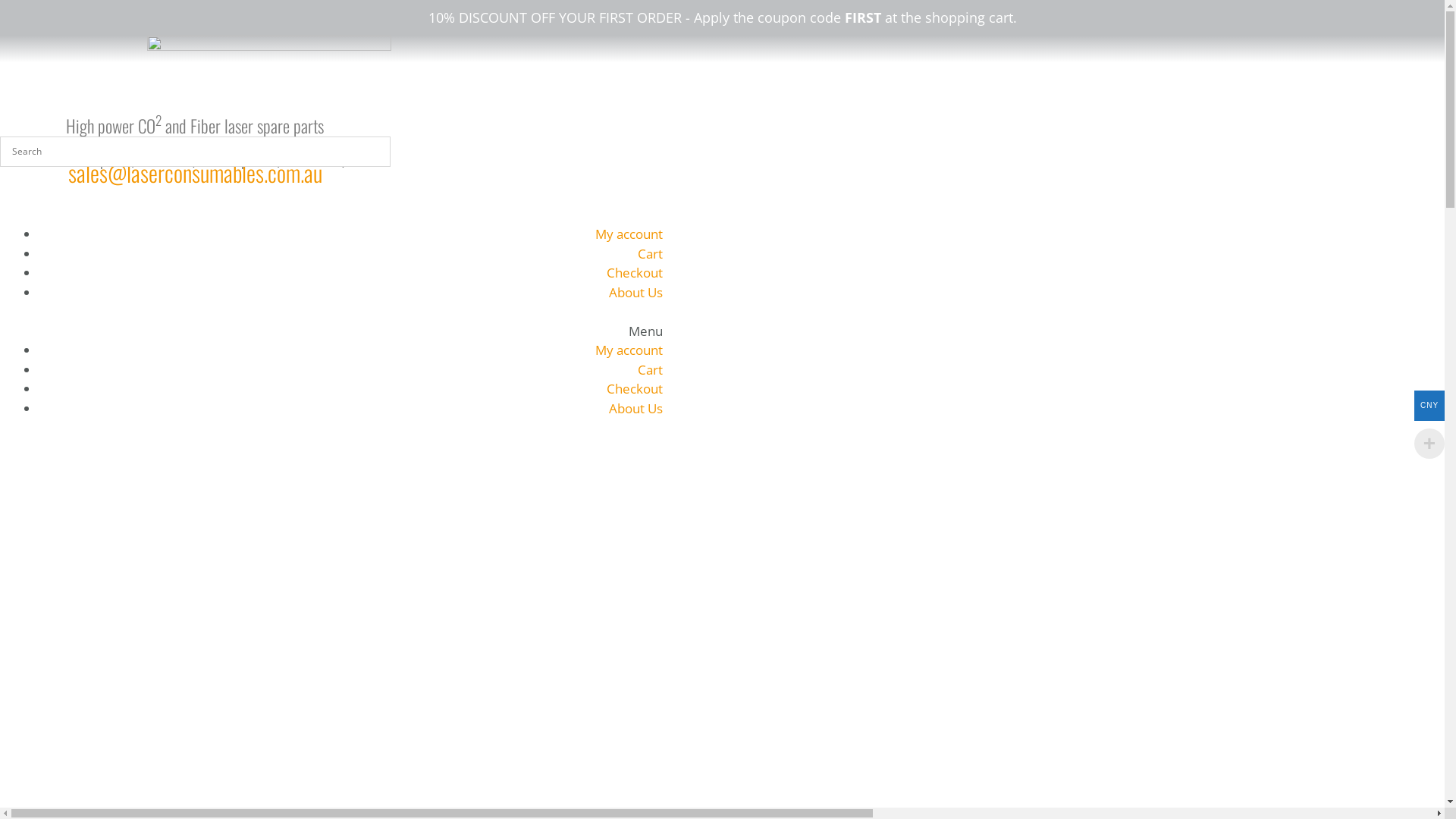 This screenshot has height=819, width=1456. Describe the element at coordinates (194, 171) in the screenshot. I see `'sales@laserconsumables.com.au'` at that location.